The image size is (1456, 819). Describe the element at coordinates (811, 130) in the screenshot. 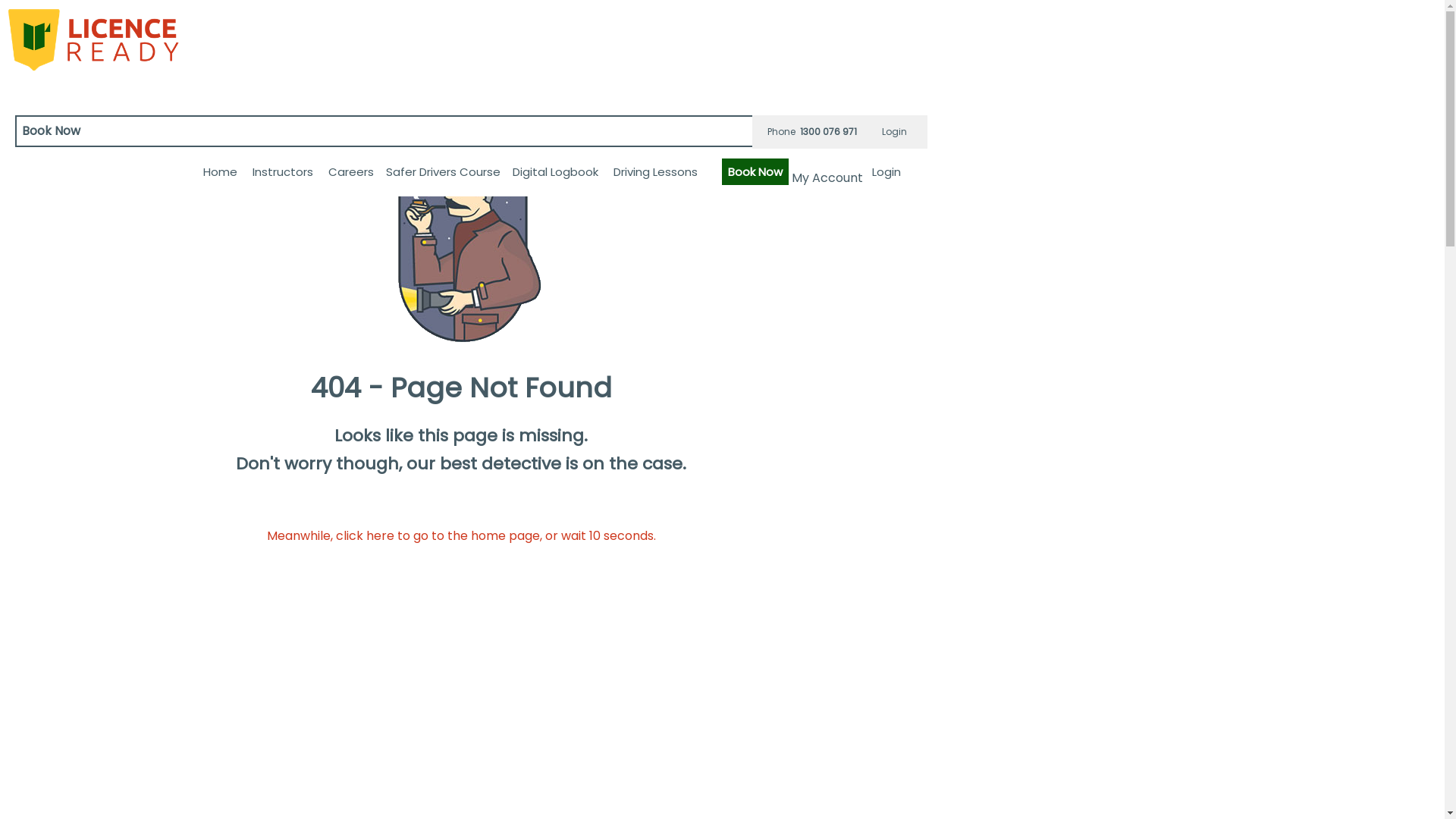

I see `'Phone  1300 076 971'` at that location.